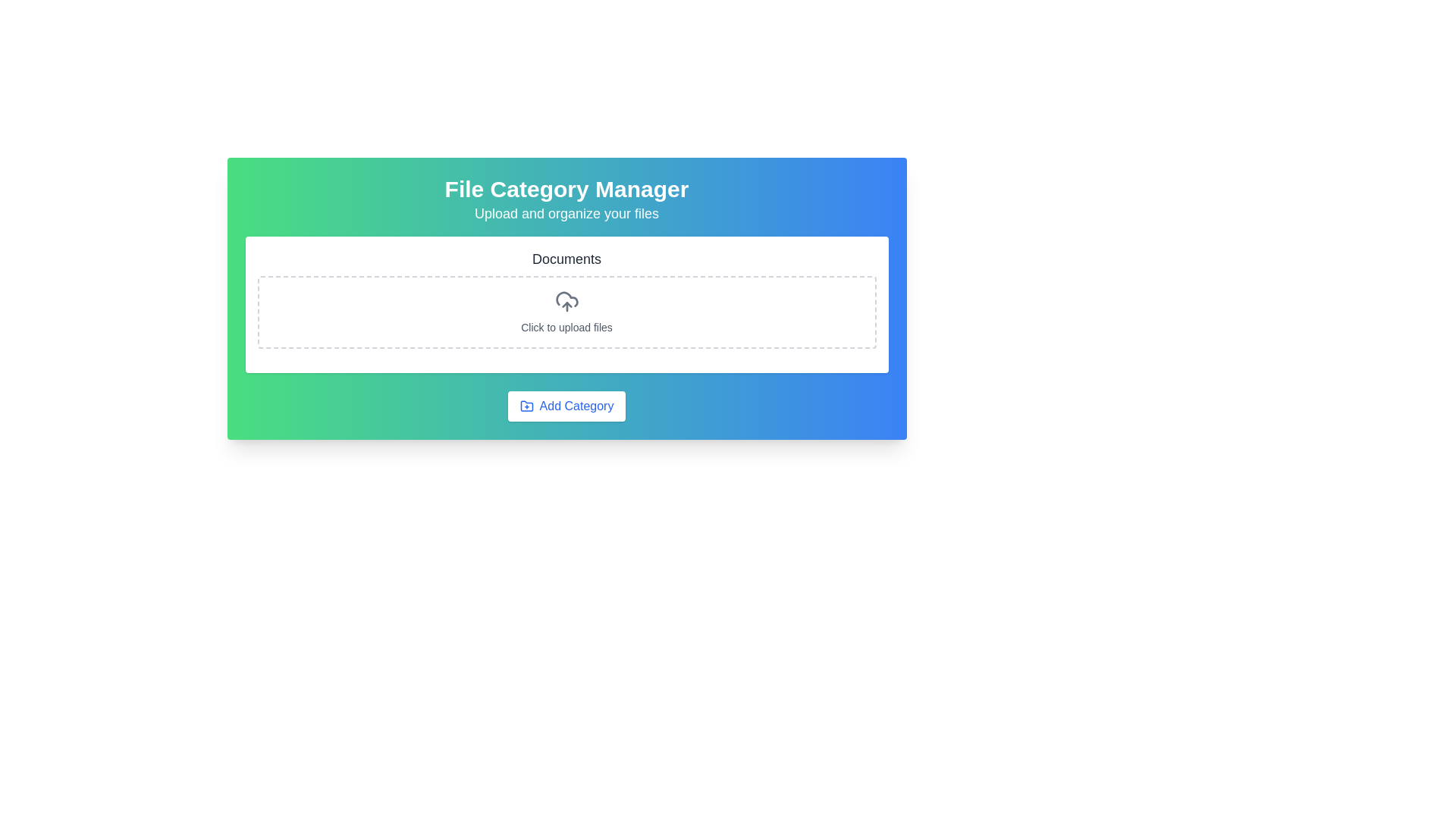  What do you see at coordinates (566, 189) in the screenshot?
I see `the Static text heading labeled 'File Category Manager', which serves as the title for the section, to provide users with a clear understanding of its purpose` at bounding box center [566, 189].